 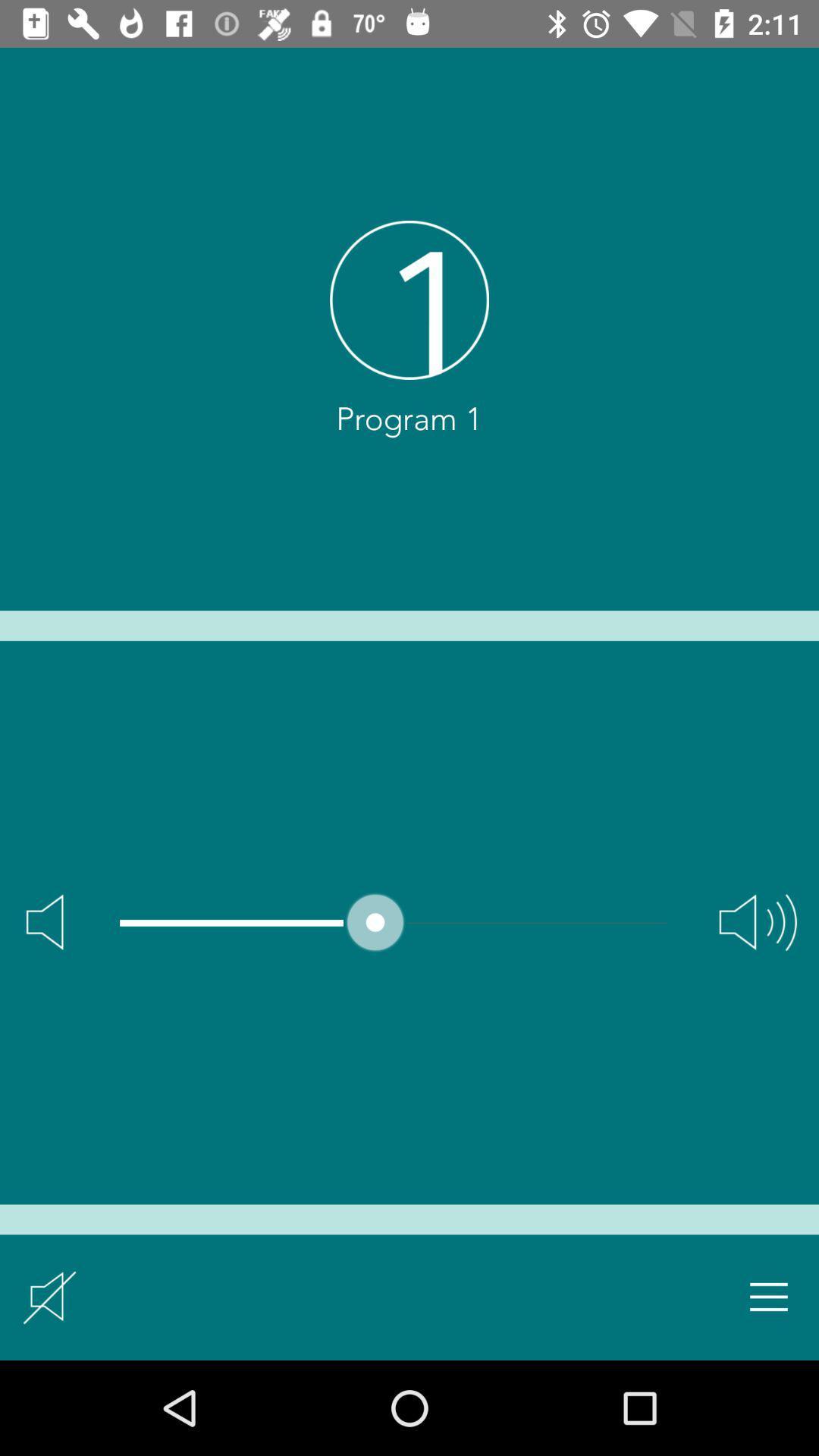 I want to click on mute sound, so click(x=49, y=1296).